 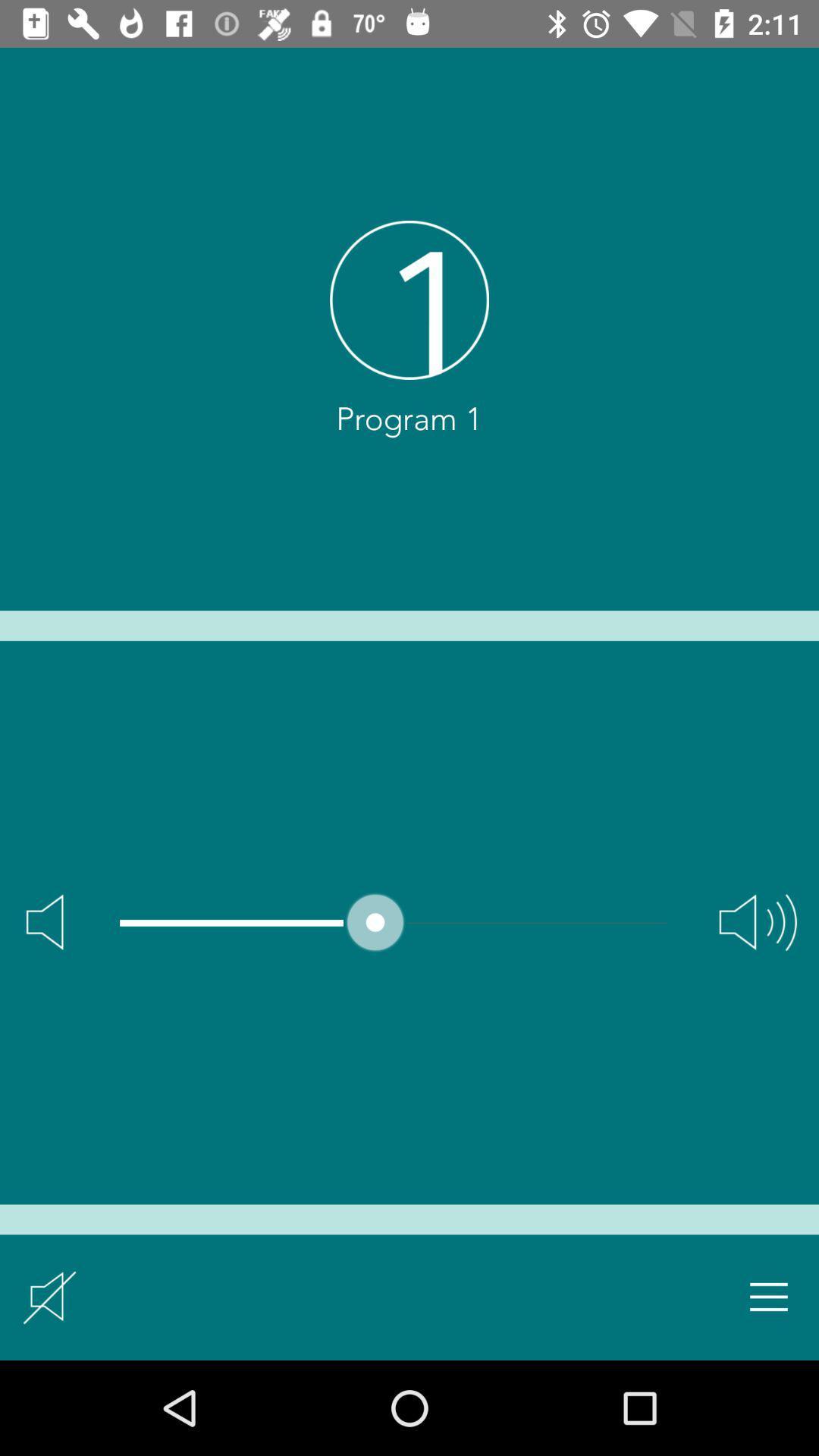 I want to click on mute sound, so click(x=49, y=1296).